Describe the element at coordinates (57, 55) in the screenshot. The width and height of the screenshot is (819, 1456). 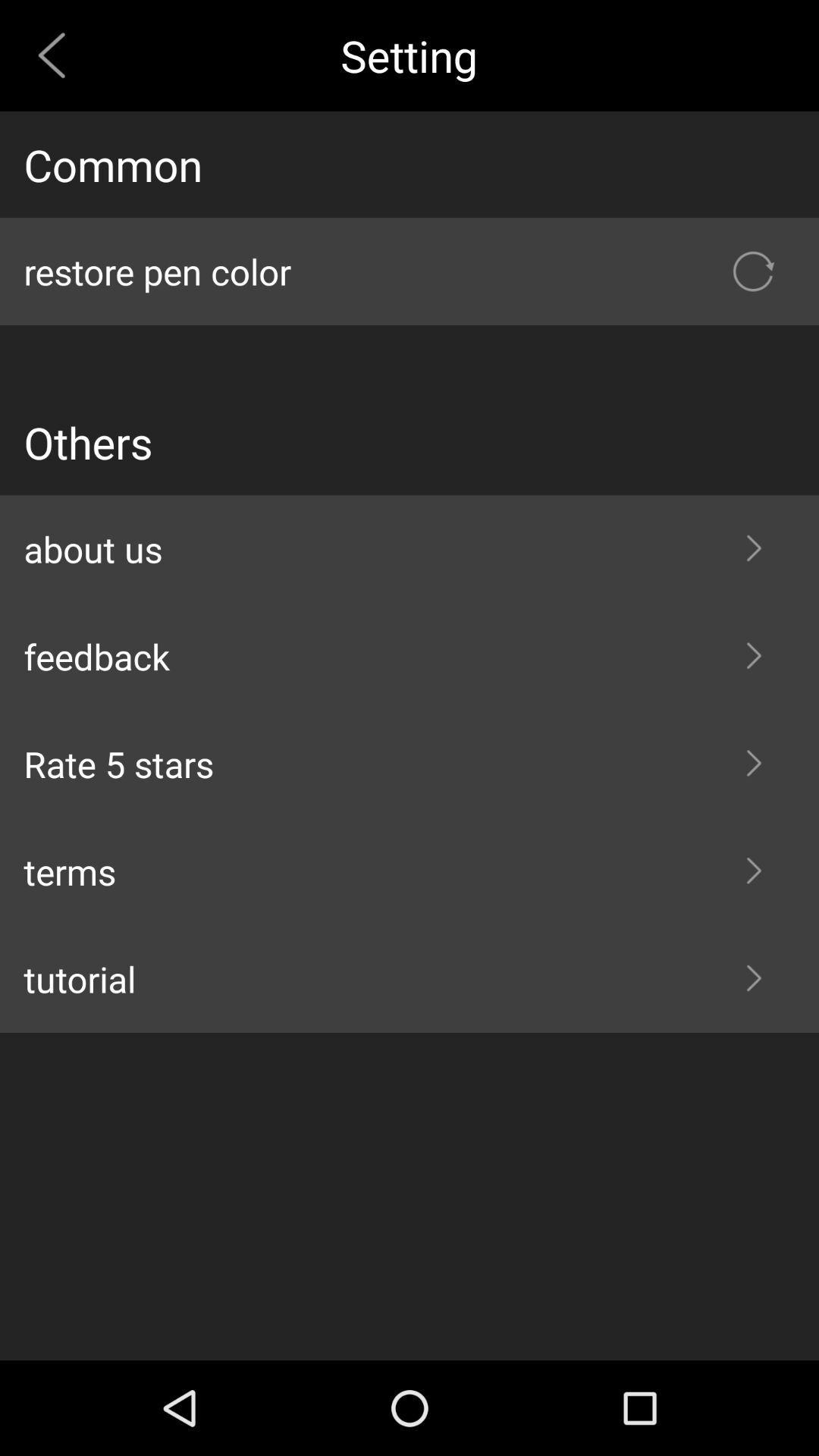
I see `go back` at that location.